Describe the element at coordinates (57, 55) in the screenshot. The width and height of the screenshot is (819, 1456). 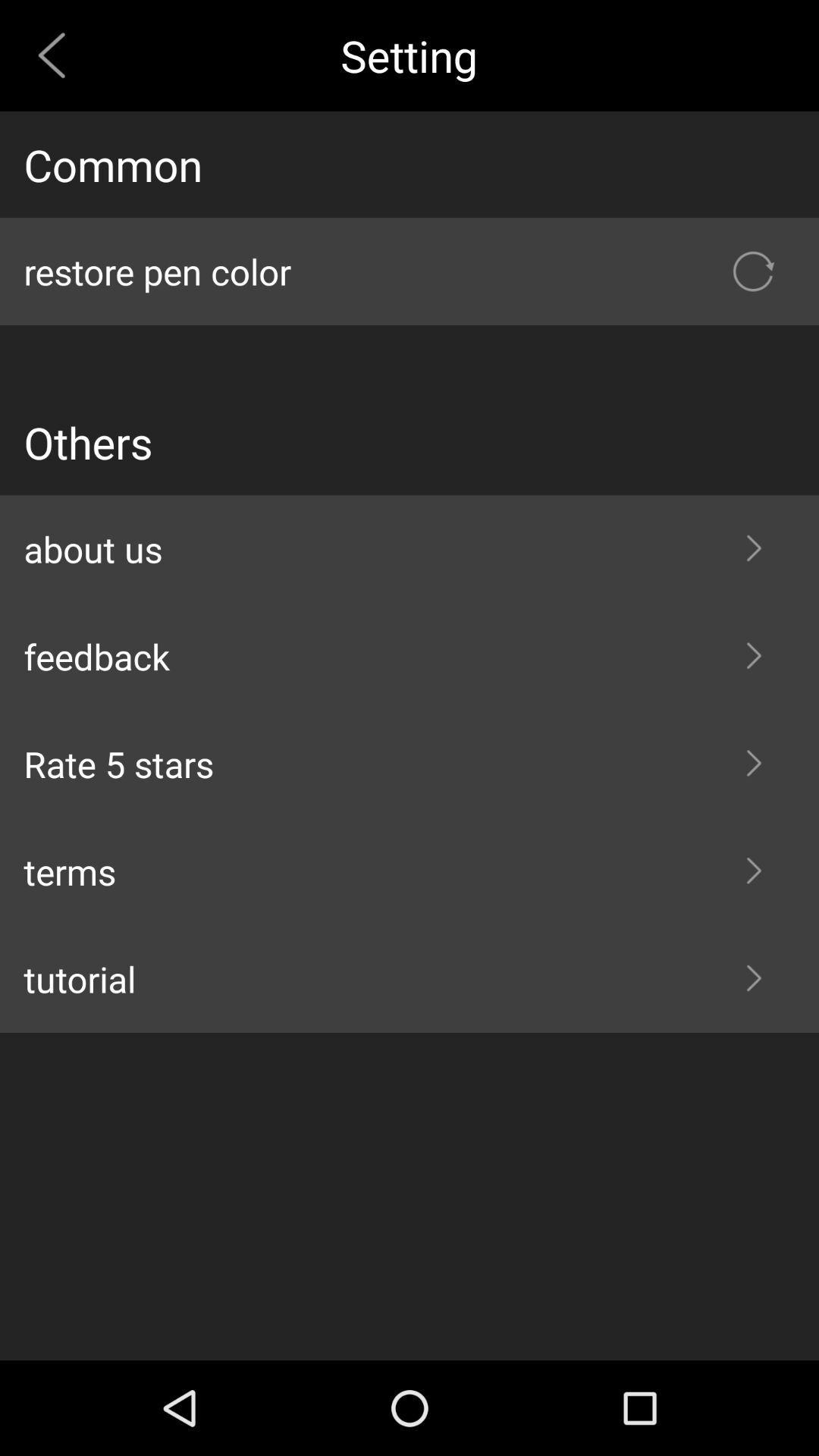
I see `go back` at that location.